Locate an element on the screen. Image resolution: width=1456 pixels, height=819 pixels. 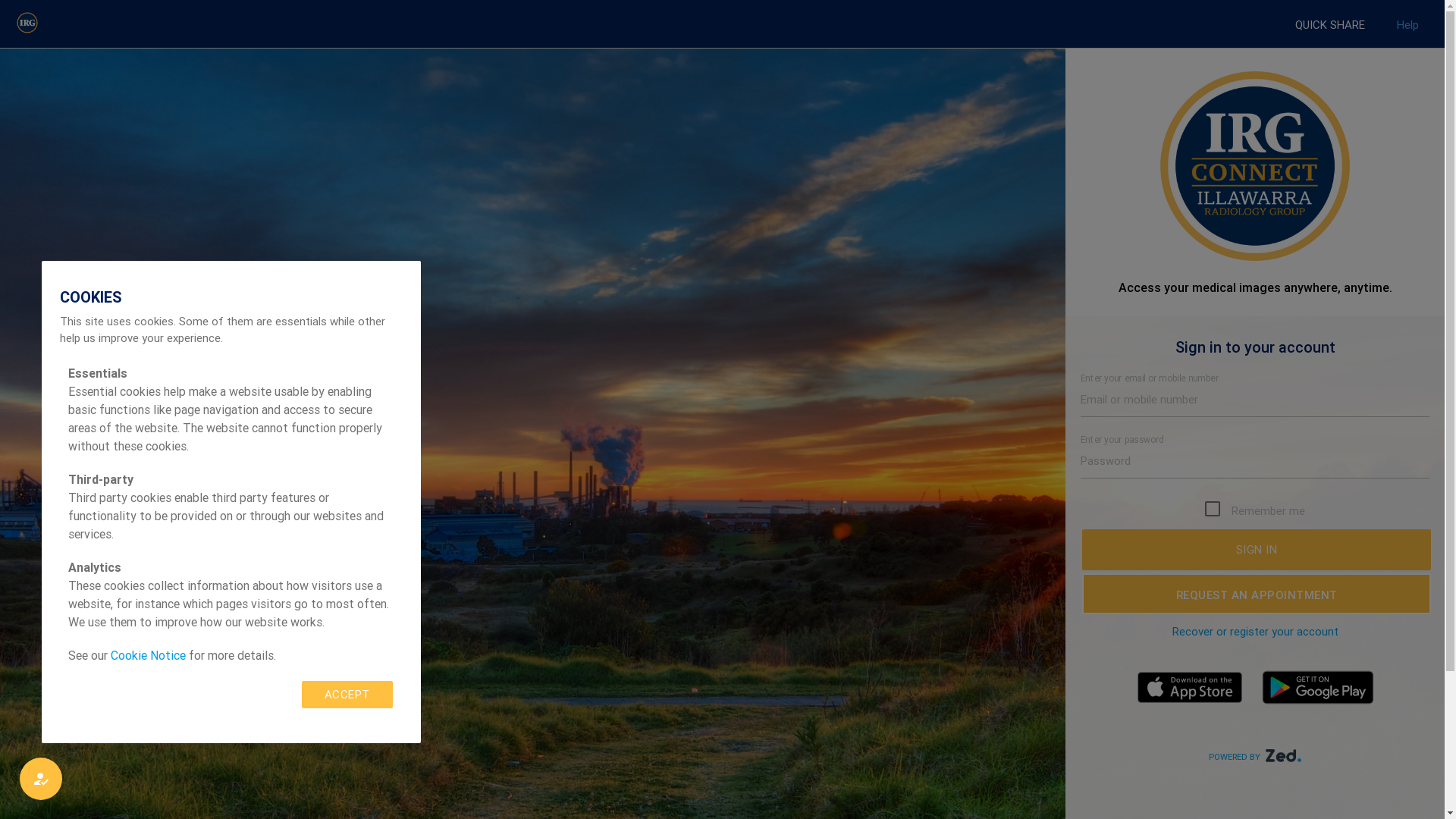
'QUICK SHARE' is located at coordinates (1329, 25).